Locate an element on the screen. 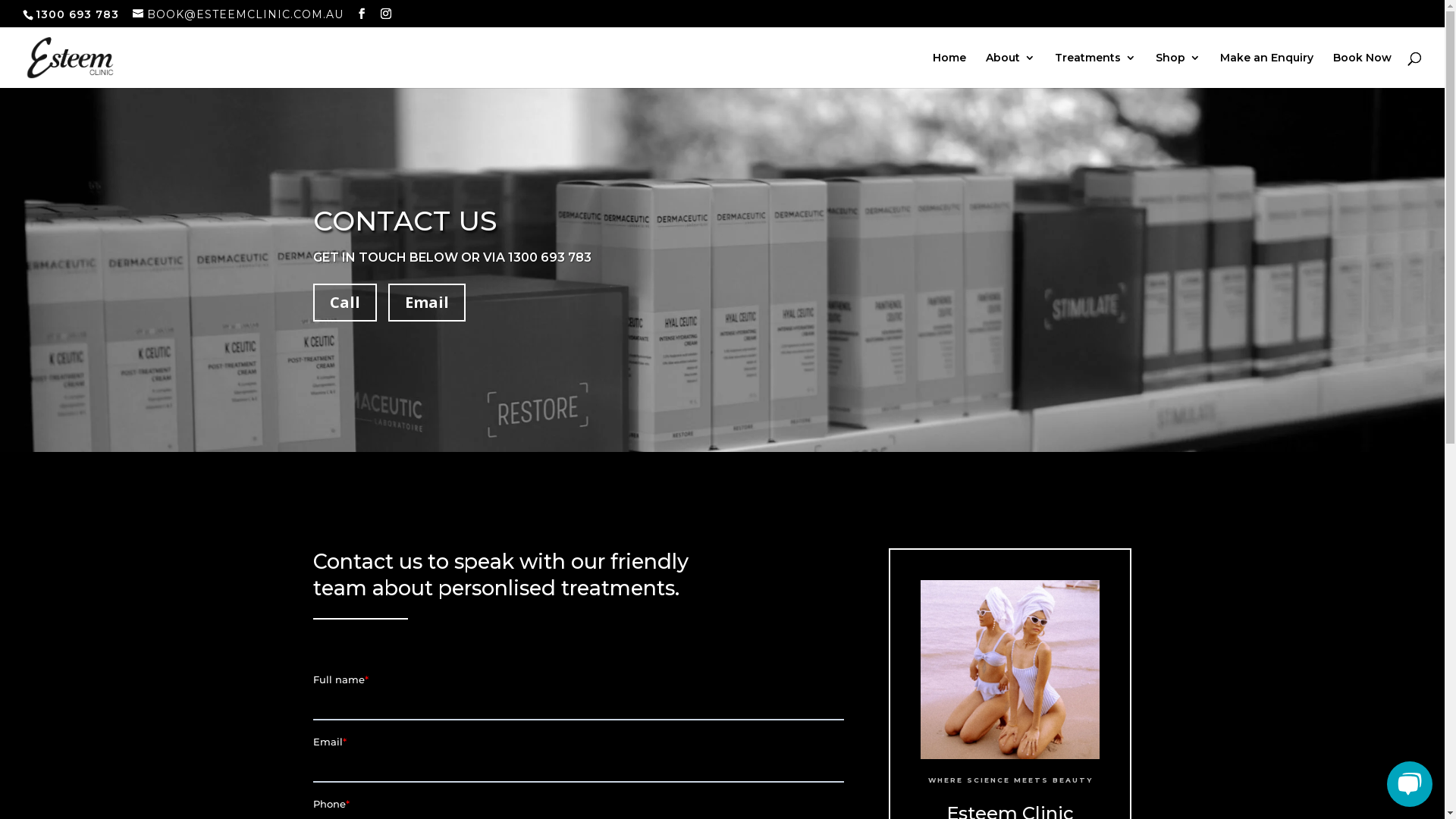 This screenshot has width=1456, height=819. 'Email' is located at coordinates (425, 302).